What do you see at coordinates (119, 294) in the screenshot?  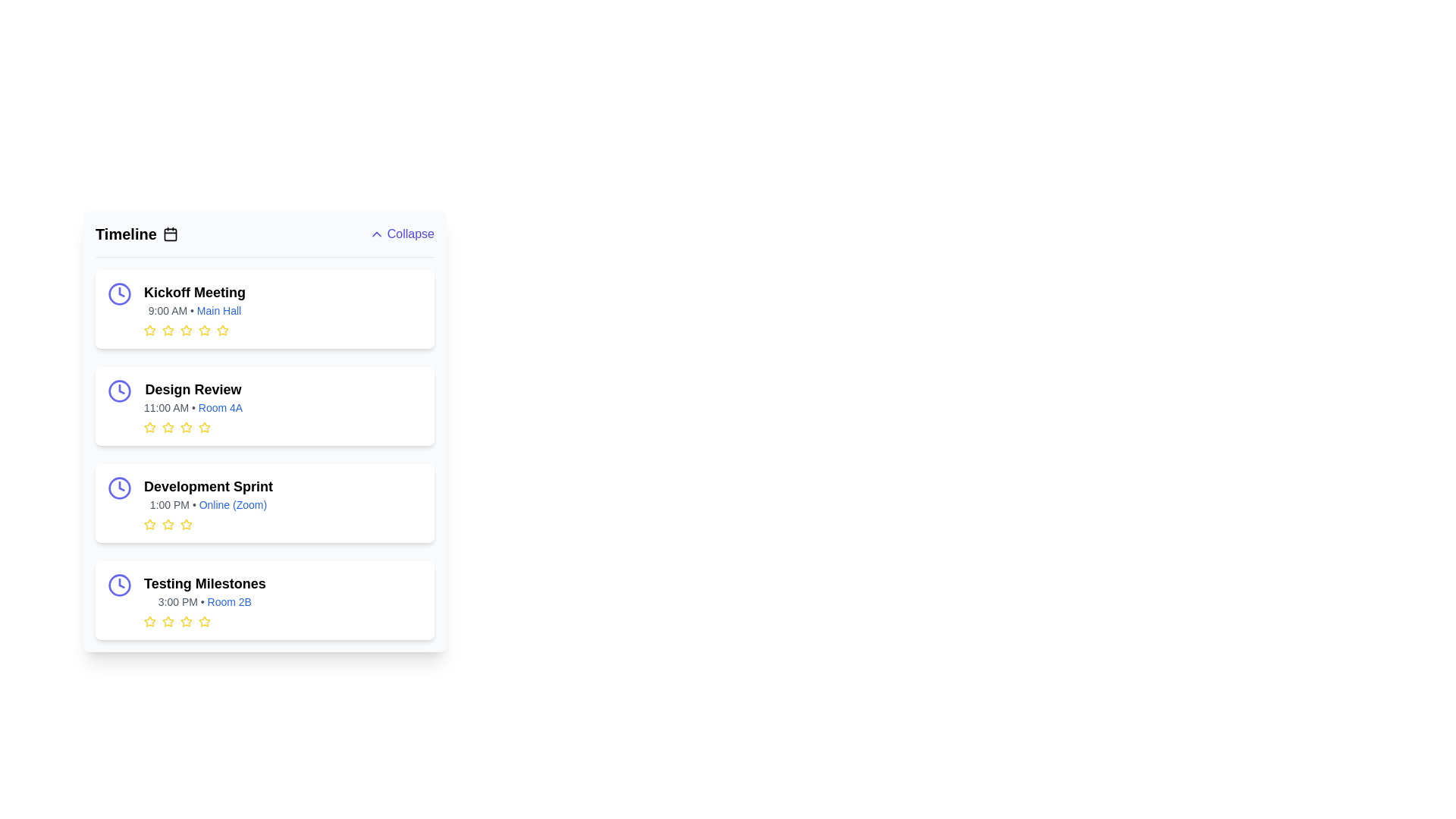 I see `the circle element of the clock icon located in the first list item 'Kickoff Meeting' in the timeline` at bounding box center [119, 294].